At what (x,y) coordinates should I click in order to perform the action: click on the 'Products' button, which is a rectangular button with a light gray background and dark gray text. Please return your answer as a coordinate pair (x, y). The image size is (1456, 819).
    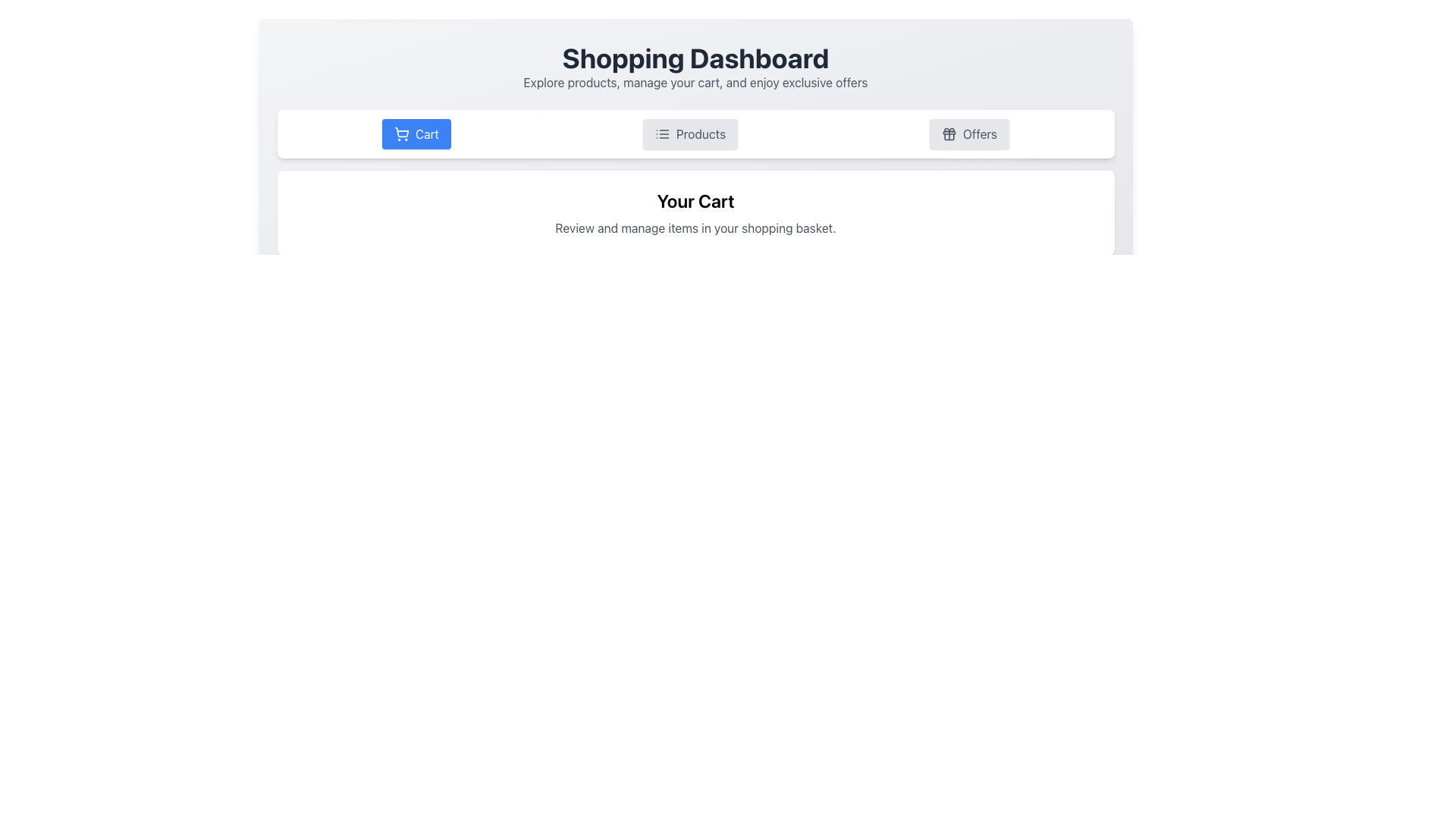
    Looking at the image, I should click on (689, 133).